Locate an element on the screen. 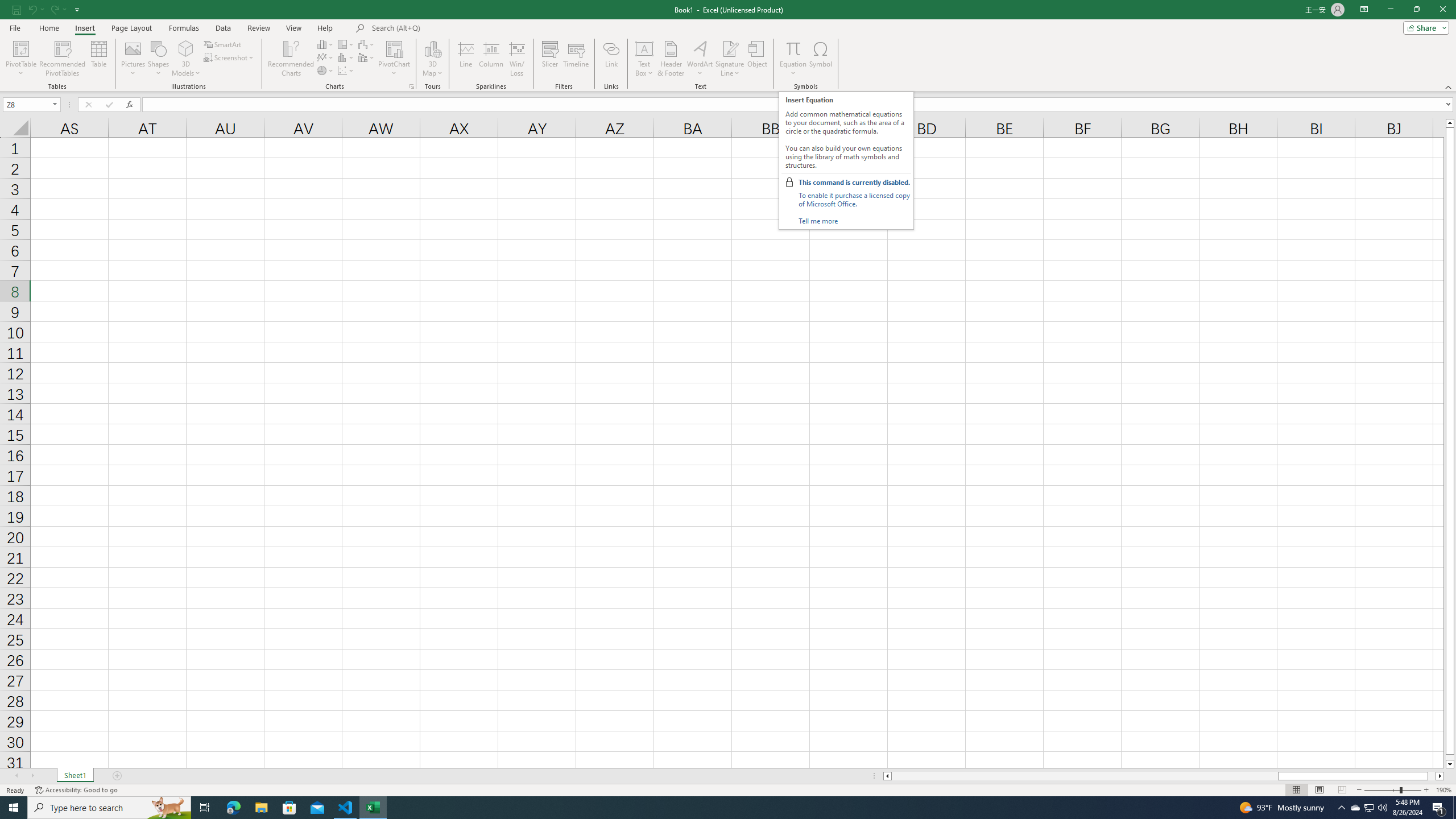  'Slicer...' is located at coordinates (549, 59).